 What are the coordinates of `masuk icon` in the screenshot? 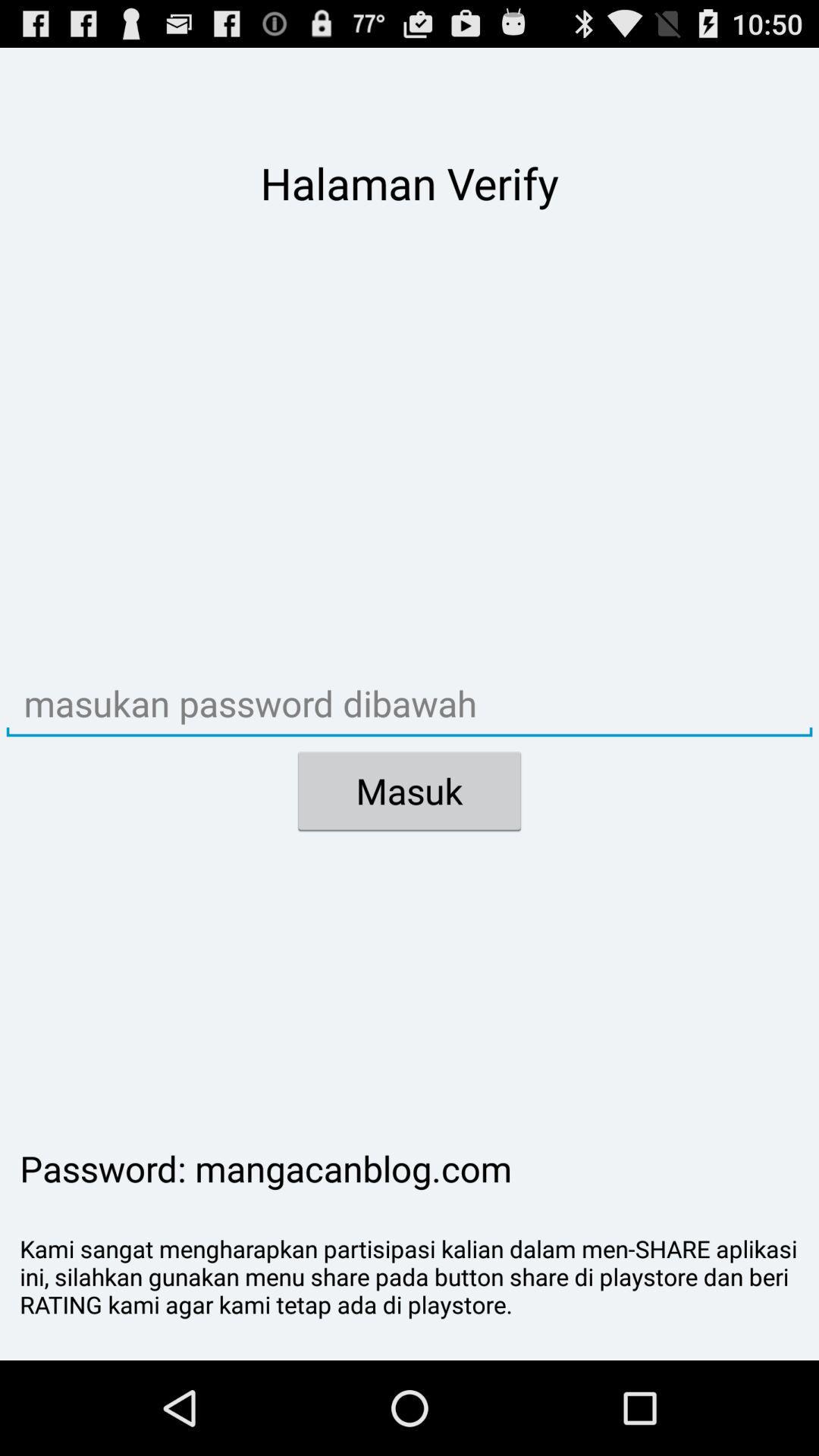 It's located at (409, 790).